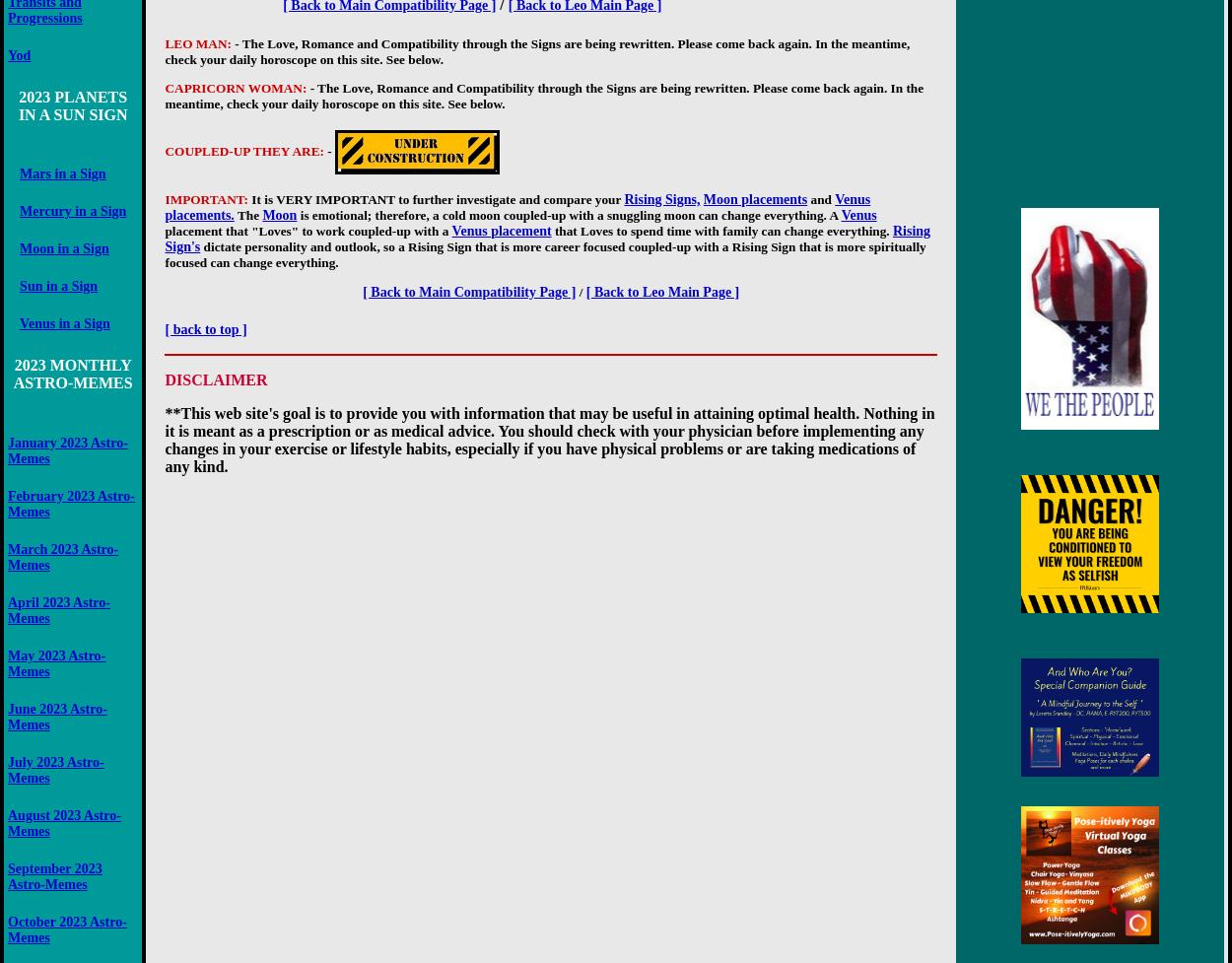 The image size is (1232, 963). What do you see at coordinates (56, 716) in the screenshot?
I see `'June 2023 Astro-Memes'` at bounding box center [56, 716].